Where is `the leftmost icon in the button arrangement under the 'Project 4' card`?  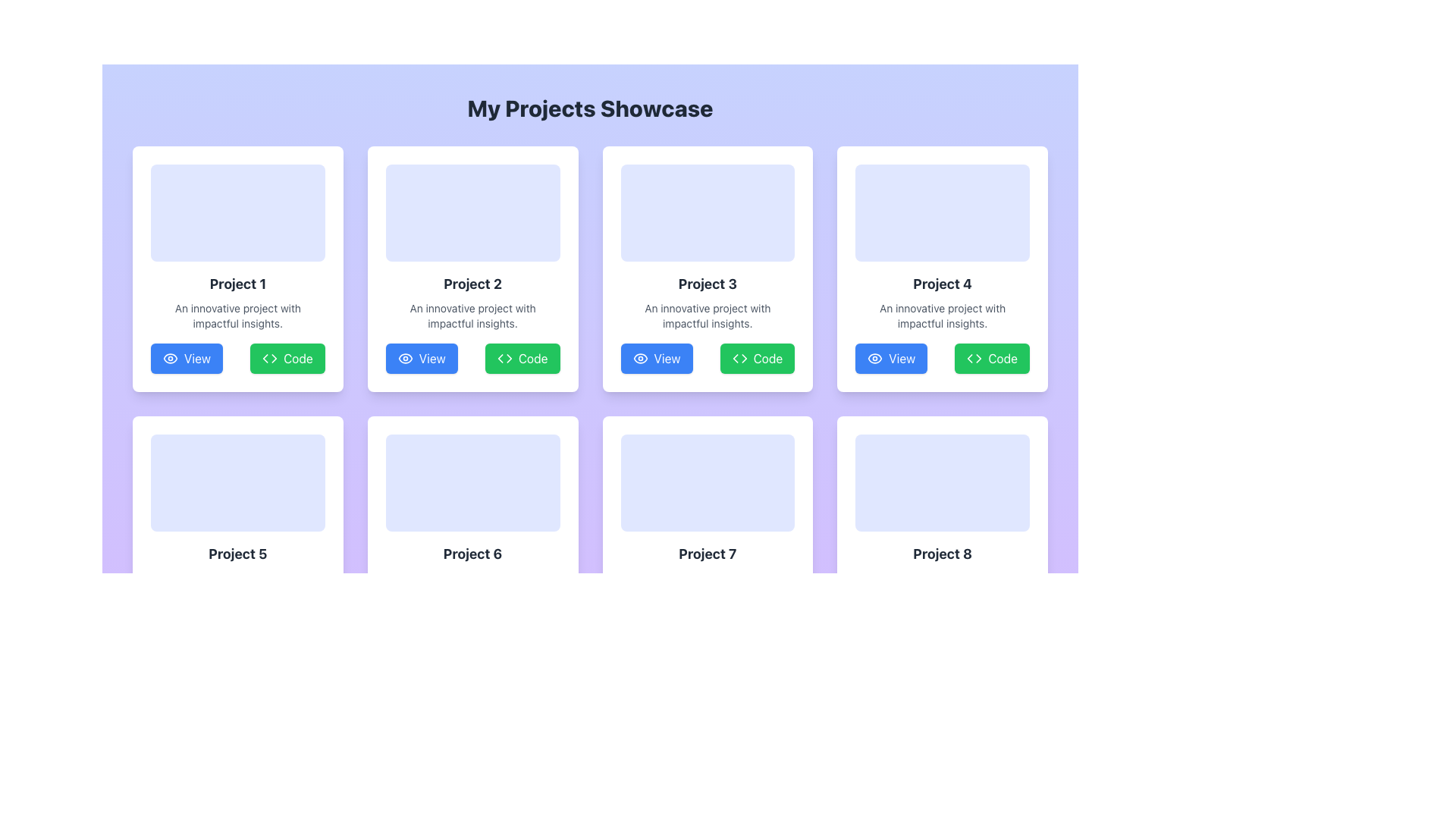
the leftmost icon in the button arrangement under the 'Project 4' card is located at coordinates (874, 359).